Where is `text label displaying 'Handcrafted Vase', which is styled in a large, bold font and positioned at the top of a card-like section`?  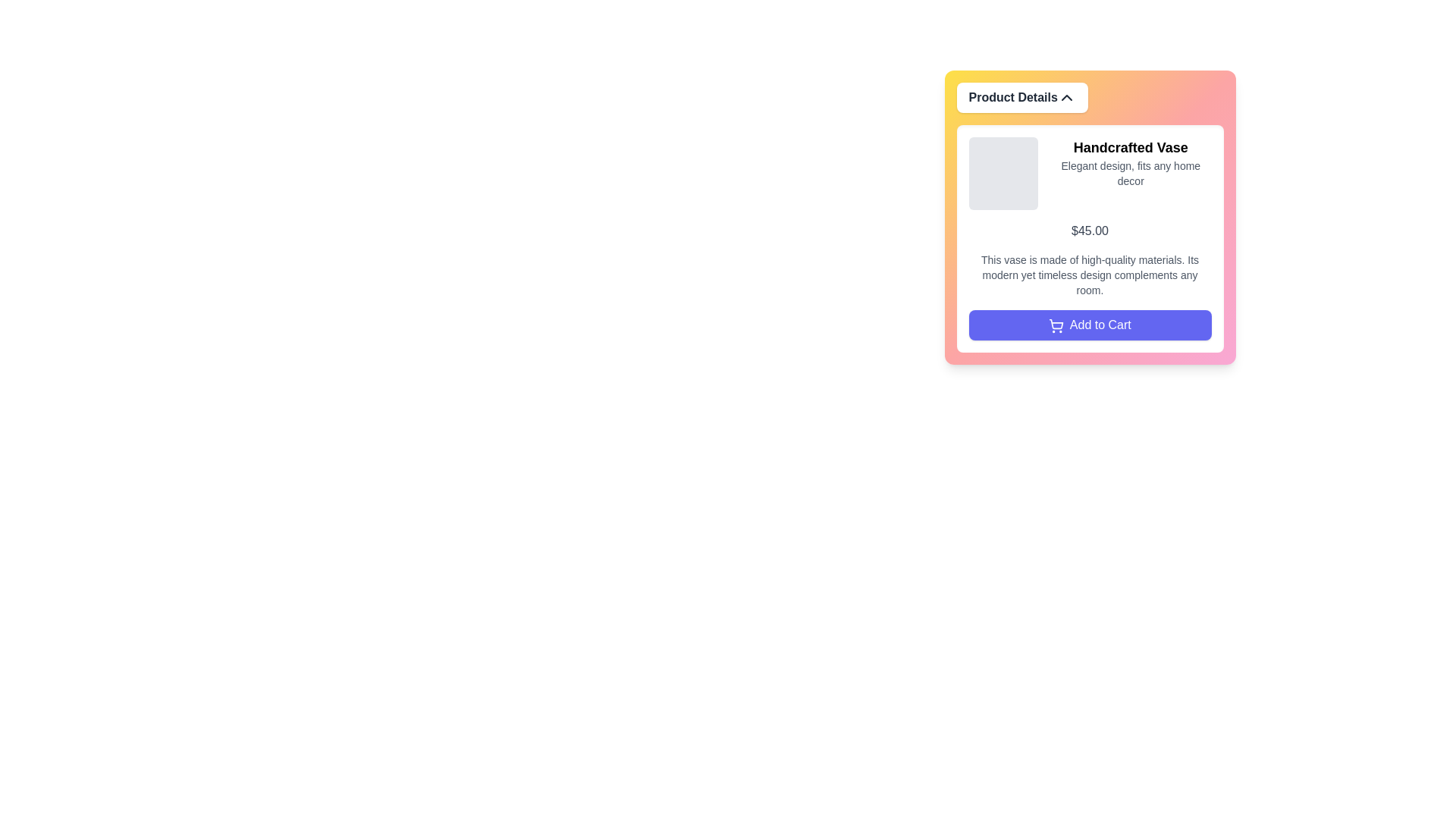
text label displaying 'Handcrafted Vase', which is styled in a large, bold font and positioned at the top of a card-like section is located at coordinates (1131, 148).